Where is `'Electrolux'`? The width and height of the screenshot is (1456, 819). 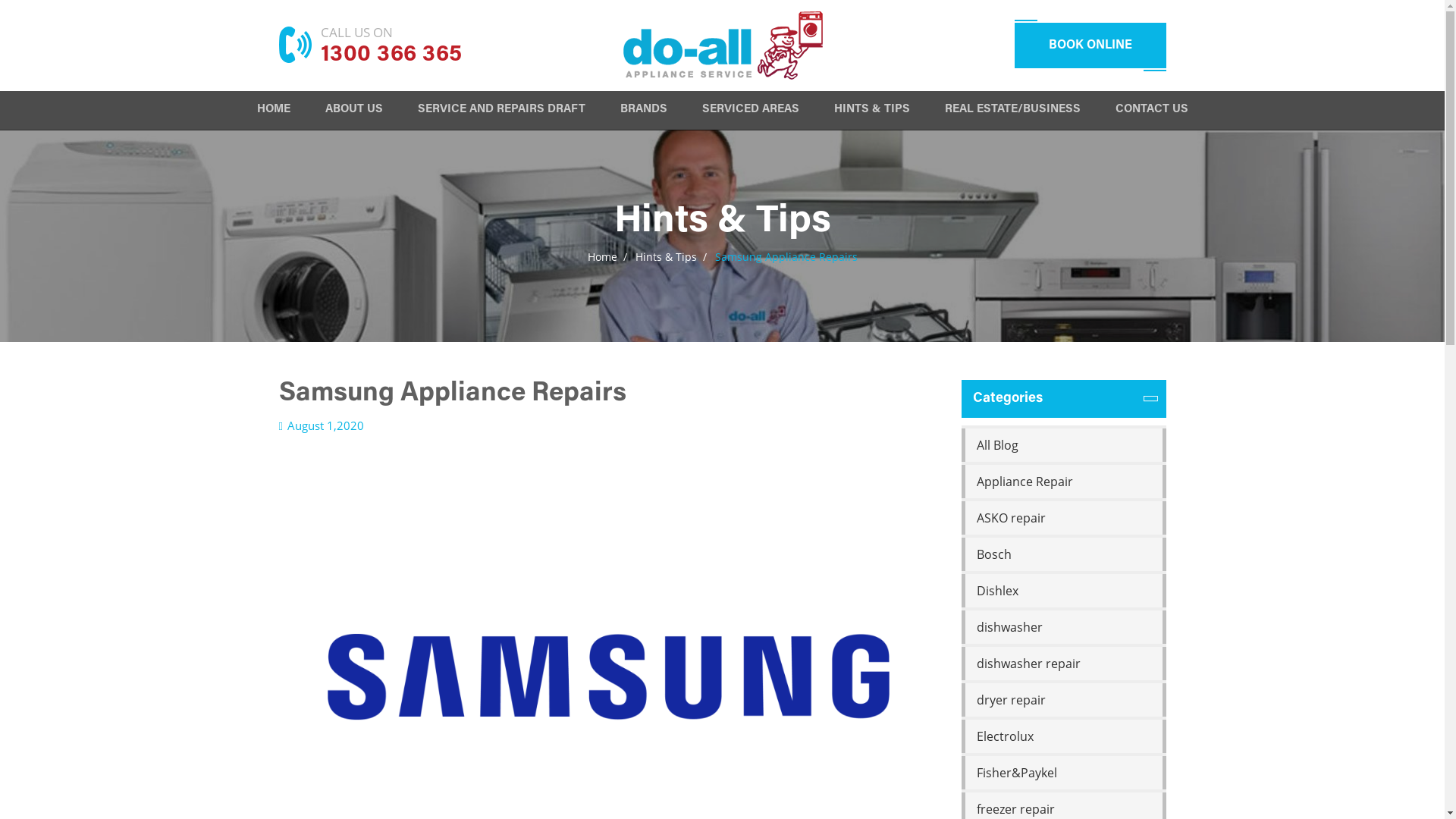
'Electrolux' is located at coordinates (1062, 736).